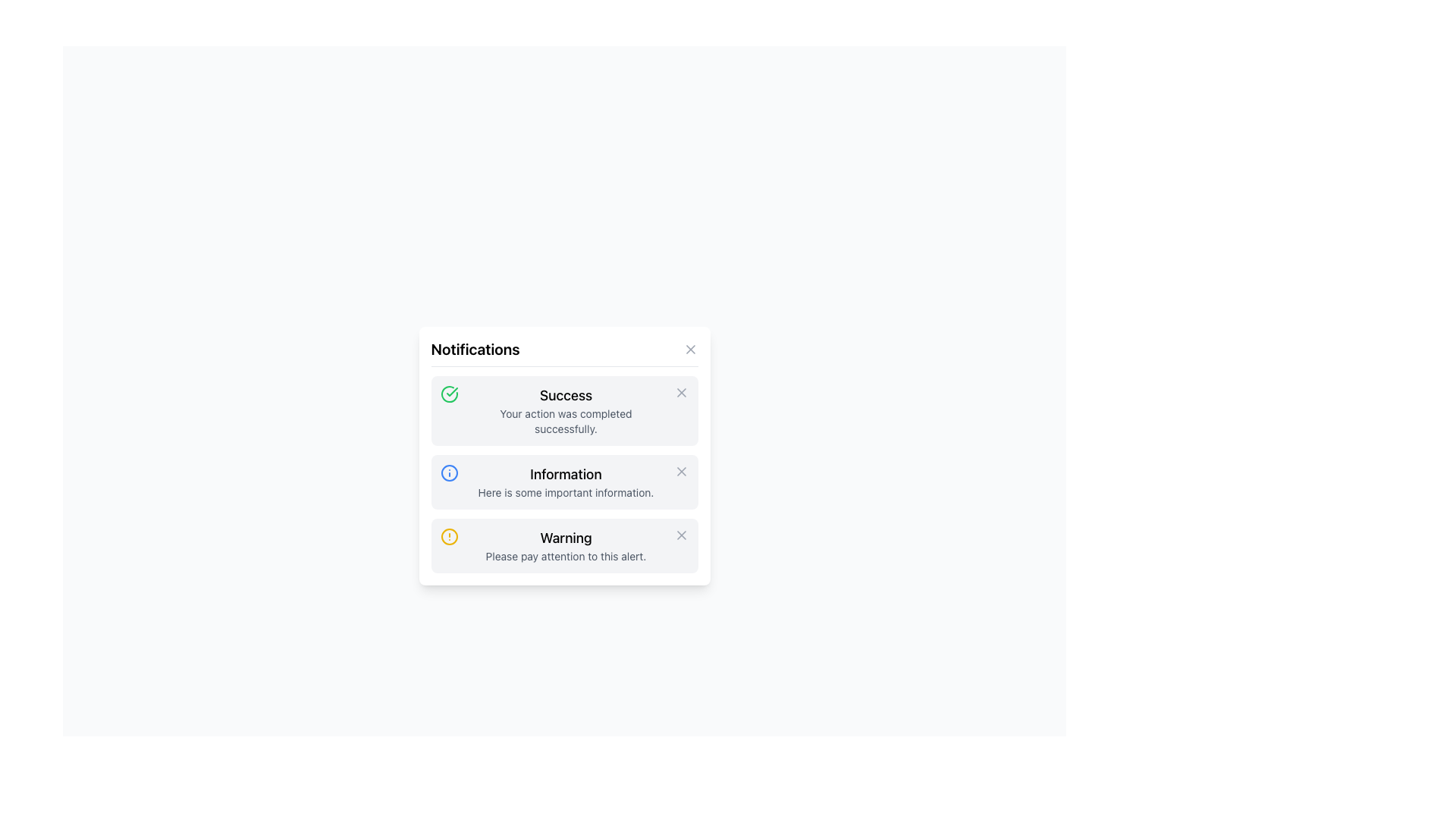  I want to click on the success status text label located in the first notification card of the 'Notifications' list, which is positioned to the right of a green checkmark icon, so click(565, 394).